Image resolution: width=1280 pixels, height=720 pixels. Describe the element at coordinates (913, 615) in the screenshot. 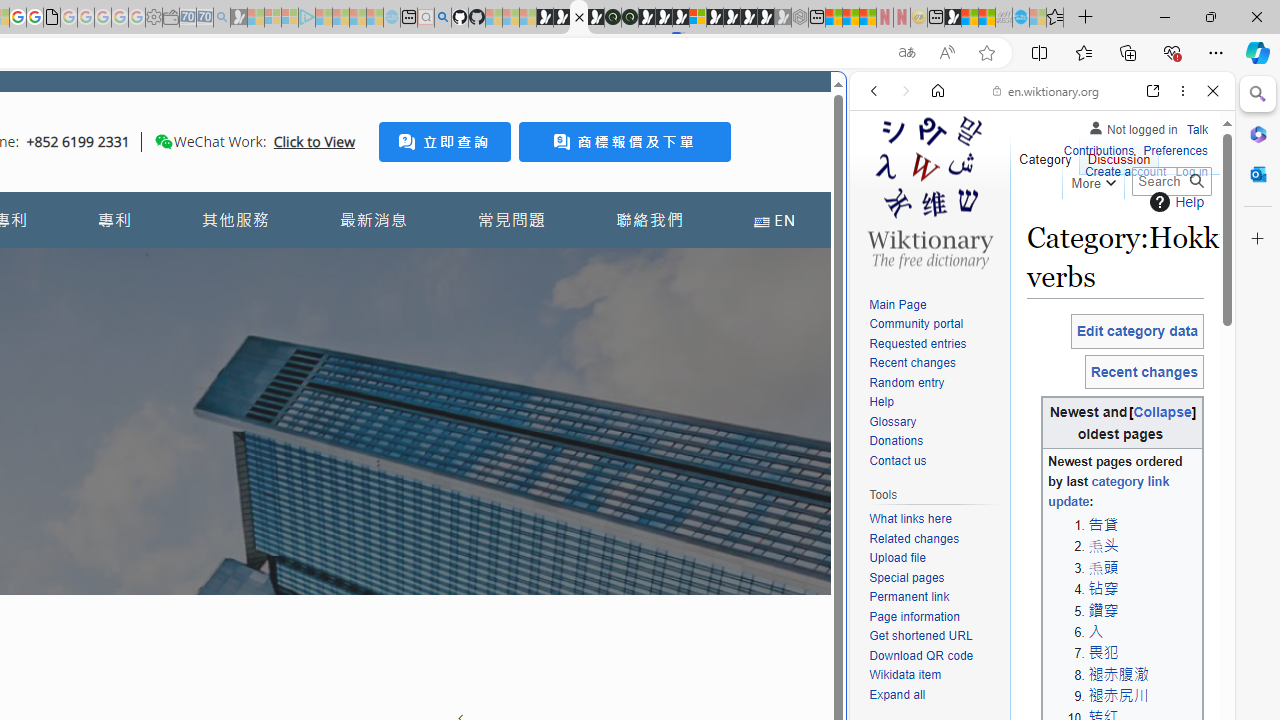

I see `'Page information'` at that location.